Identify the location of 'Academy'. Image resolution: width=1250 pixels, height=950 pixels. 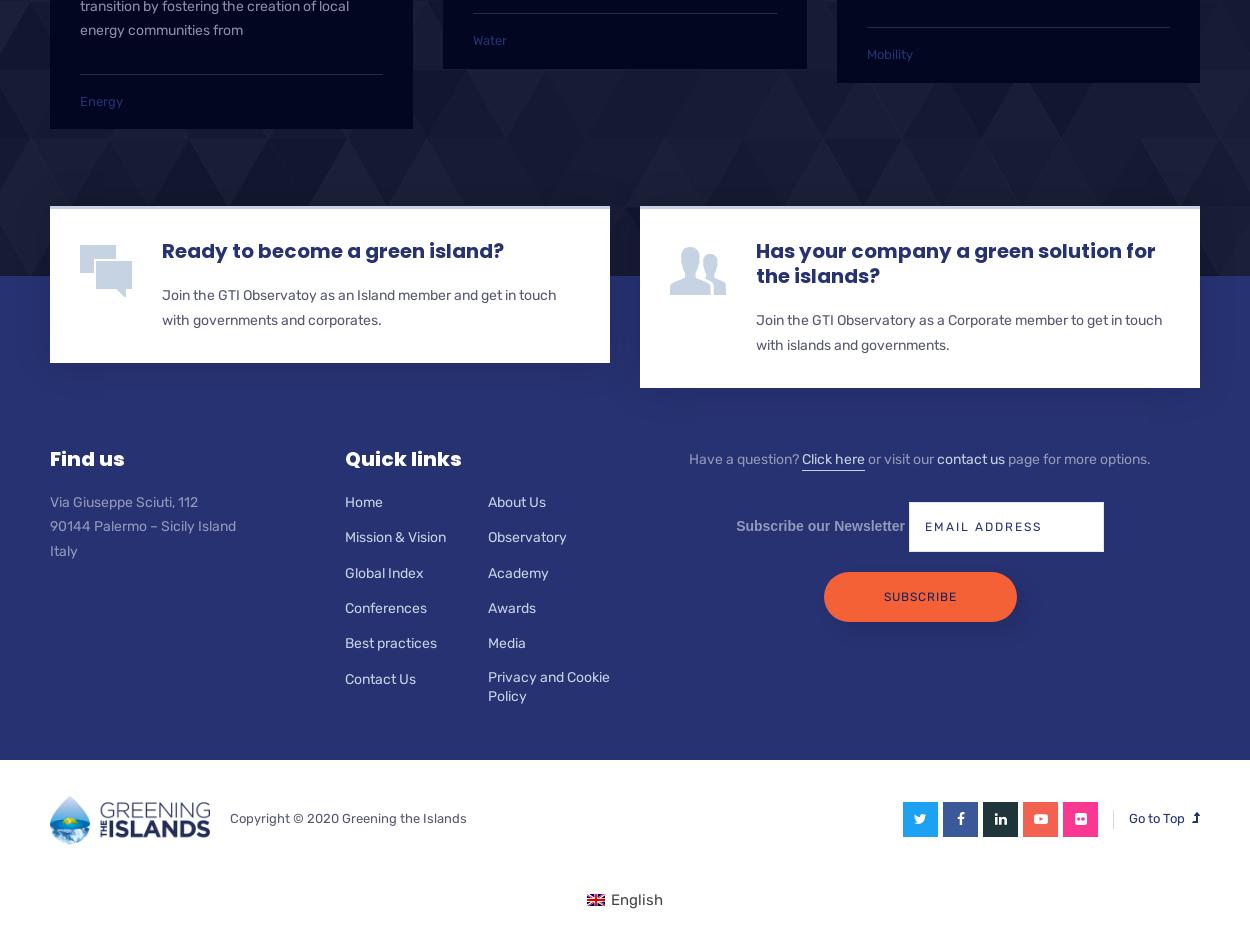
(517, 572).